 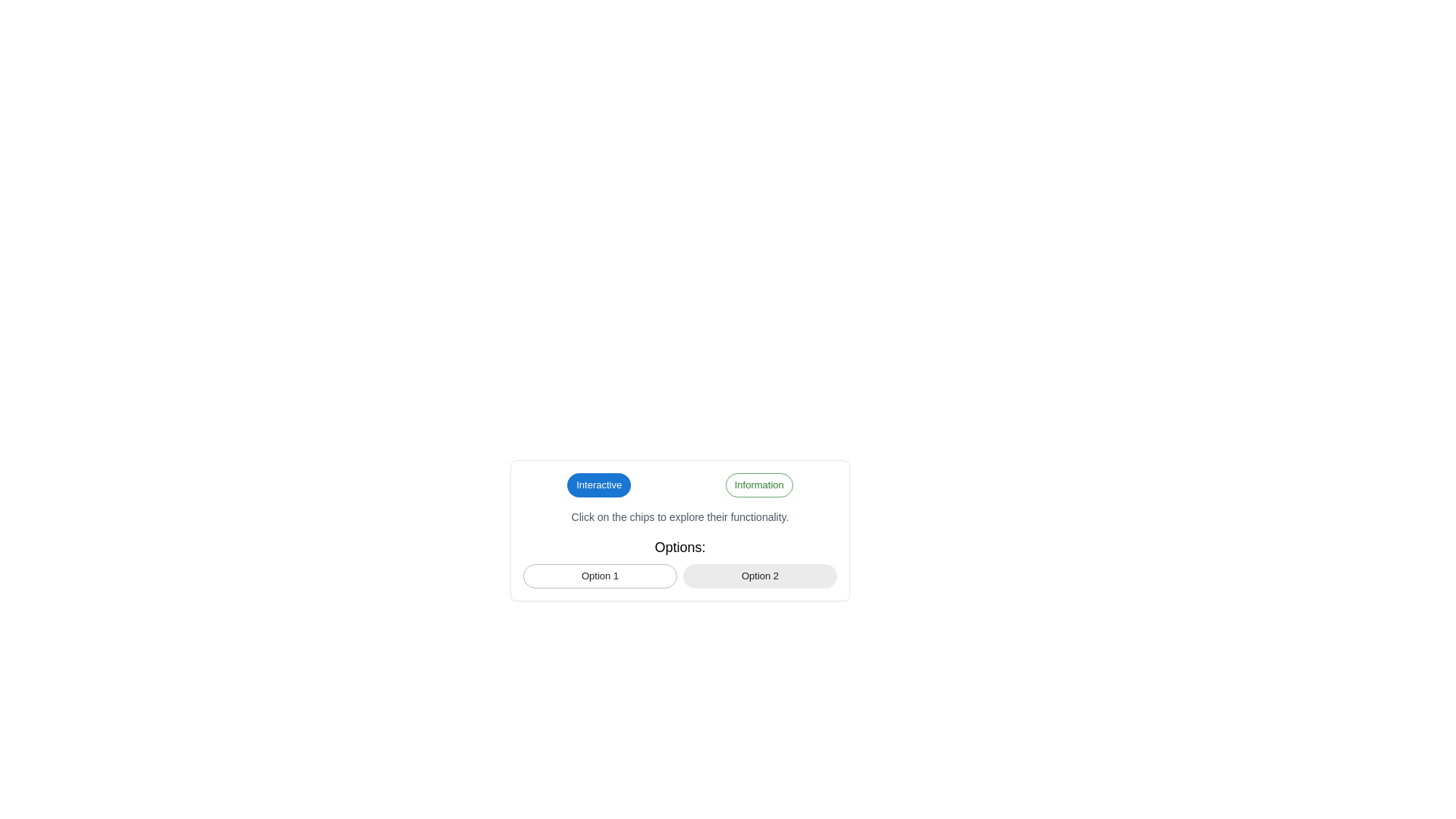 What do you see at coordinates (759, 485) in the screenshot?
I see `the chip component labeled 'Information' which has a green outlined border and is positioned as the second chip in a horizontal group` at bounding box center [759, 485].